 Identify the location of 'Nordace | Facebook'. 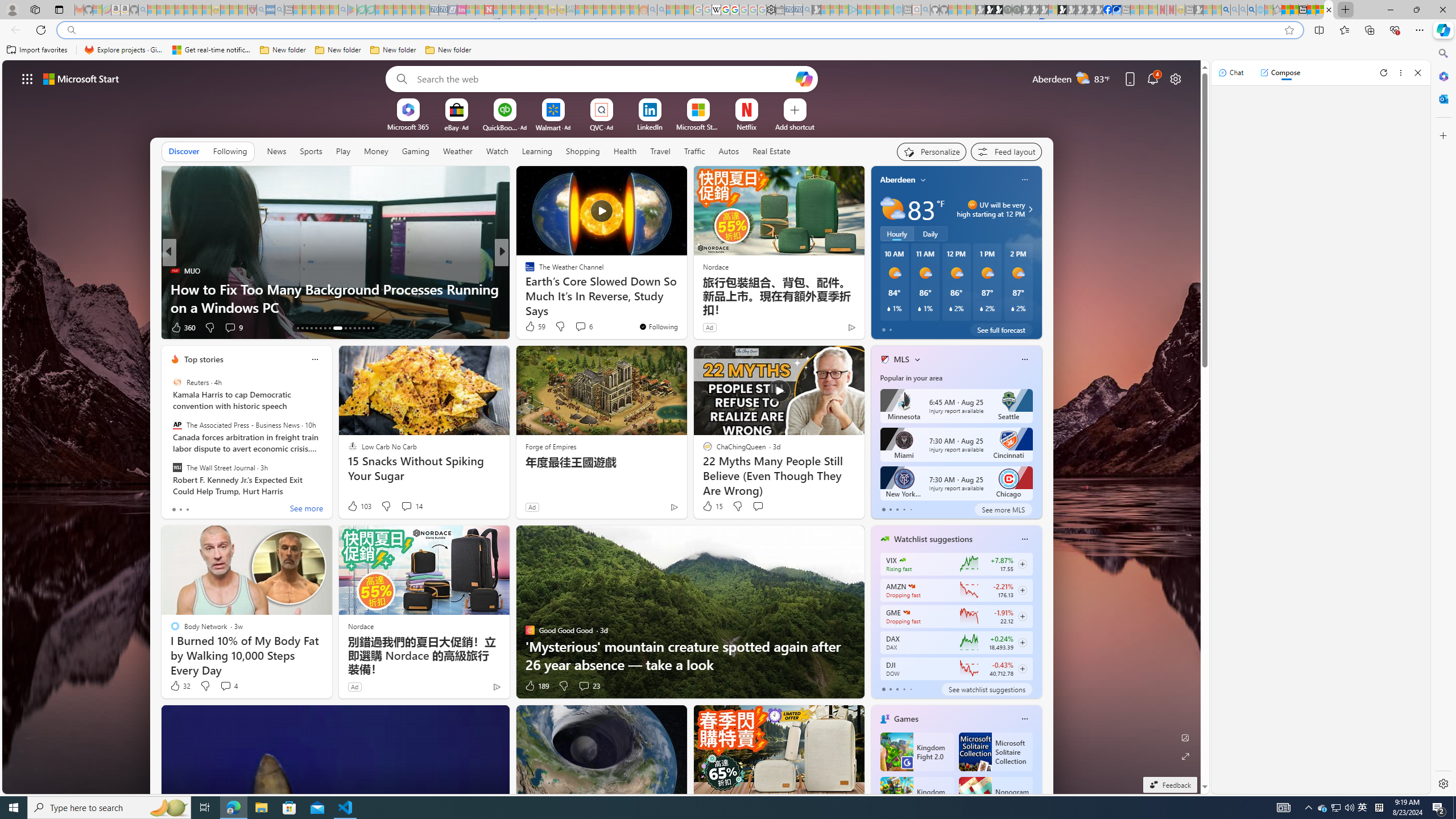
(1106, 9).